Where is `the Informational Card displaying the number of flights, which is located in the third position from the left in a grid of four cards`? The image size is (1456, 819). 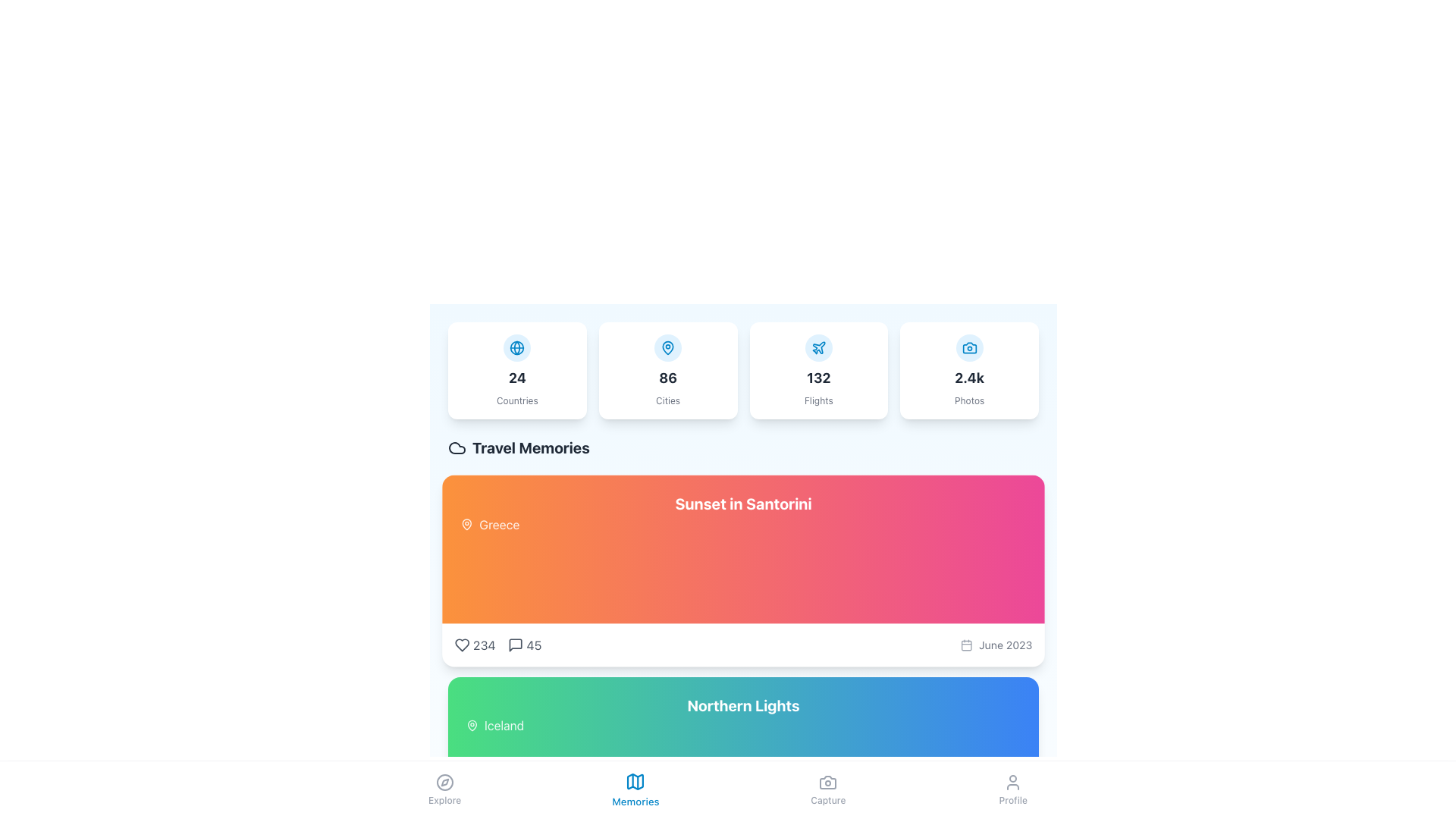
the Informational Card displaying the number of flights, which is located in the third position from the left in a grid of four cards is located at coordinates (817, 371).